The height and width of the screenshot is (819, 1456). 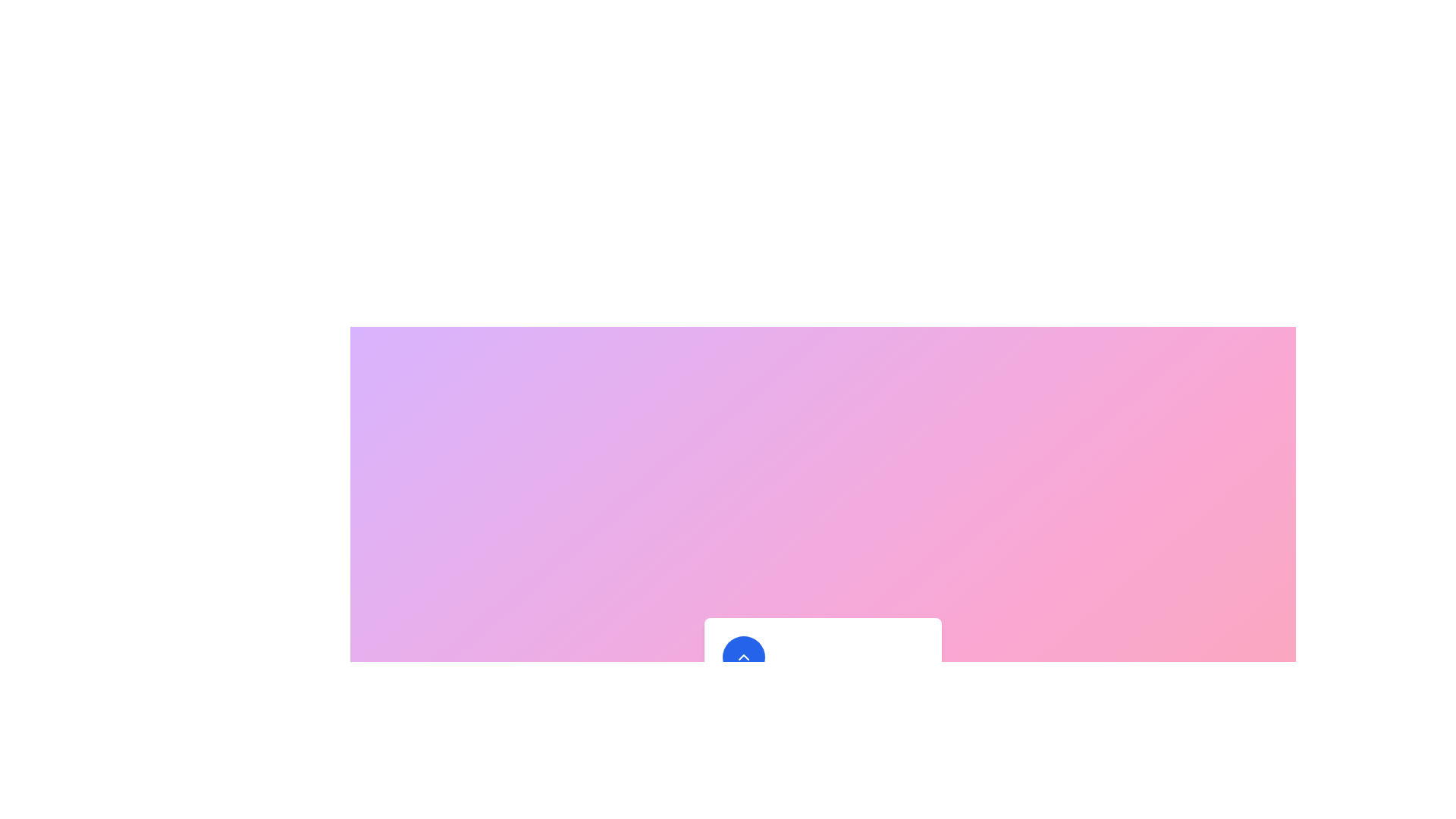 What do you see at coordinates (743, 657) in the screenshot?
I see `button to toggle the menu's state` at bounding box center [743, 657].